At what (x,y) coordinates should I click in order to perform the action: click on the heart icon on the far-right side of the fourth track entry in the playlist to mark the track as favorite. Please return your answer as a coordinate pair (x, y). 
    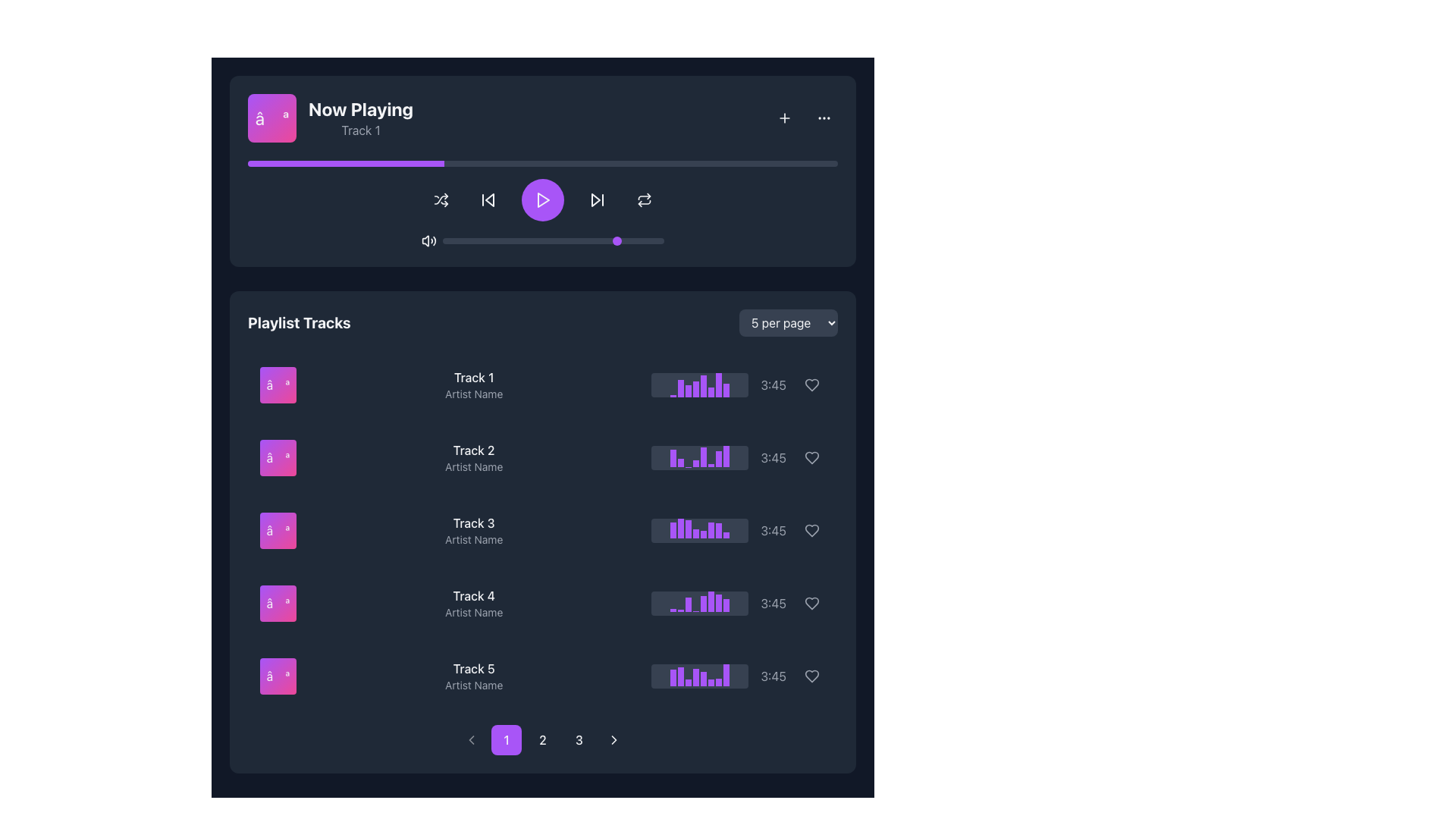
    Looking at the image, I should click on (811, 602).